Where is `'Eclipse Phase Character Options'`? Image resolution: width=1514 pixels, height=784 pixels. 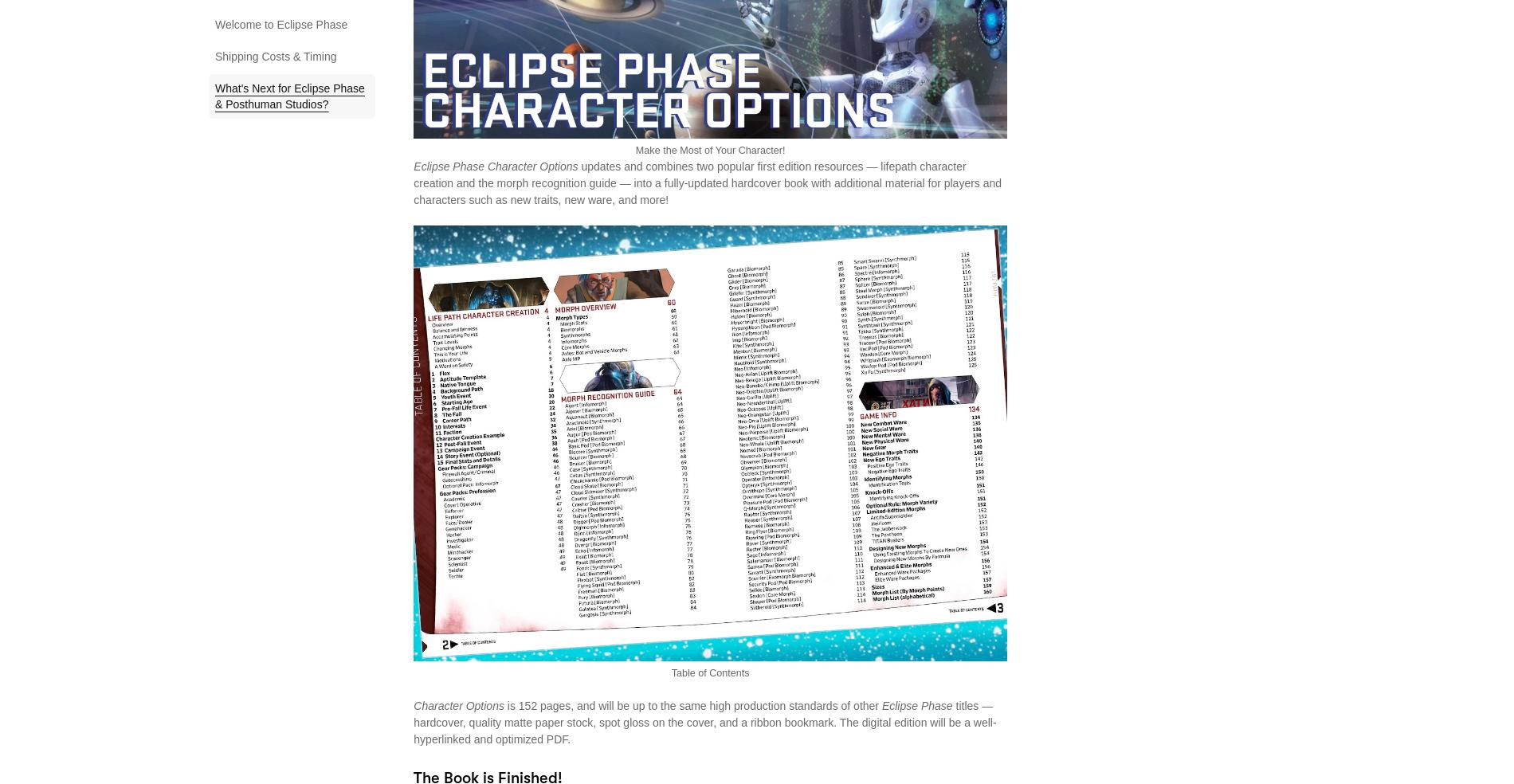
'Eclipse Phase Character Options' is located at coordinates (414, 167).